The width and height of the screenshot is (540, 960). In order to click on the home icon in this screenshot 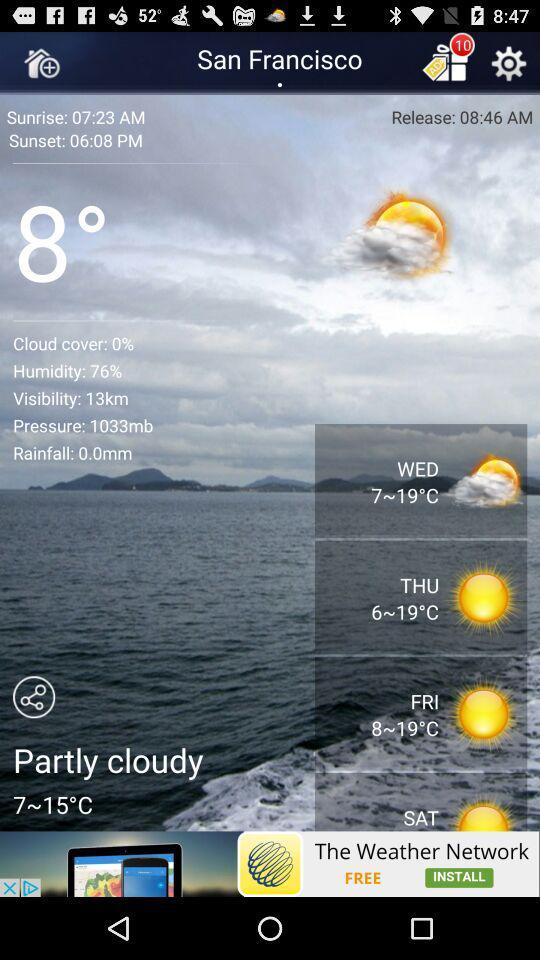, I will do `click(41, 67)`.